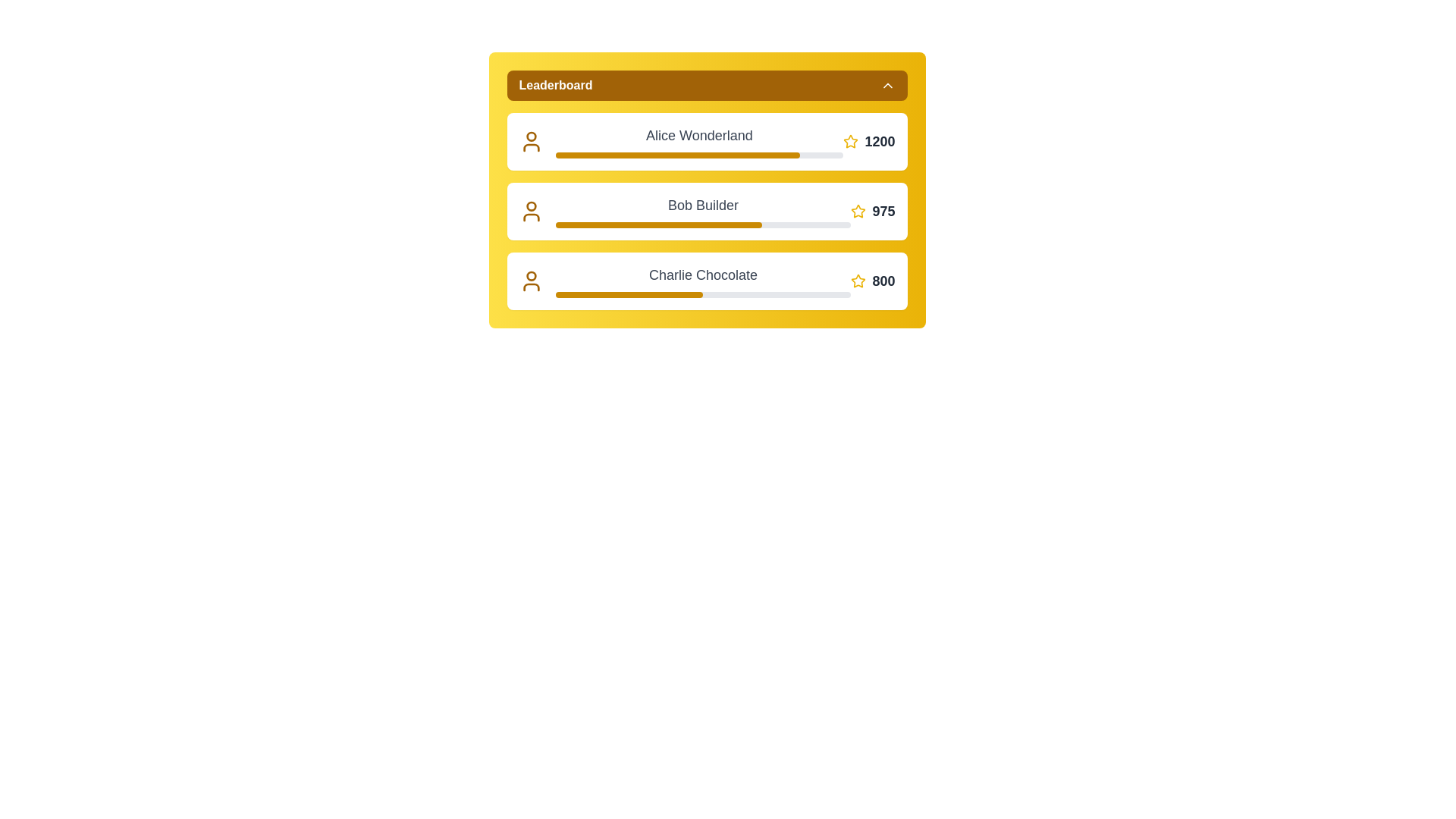  Describe the element at coordinates (531, 217) in the screenshot. I see `the user profile icon representing 'Bob Builder' in the second row of the leaderboard` at that location.